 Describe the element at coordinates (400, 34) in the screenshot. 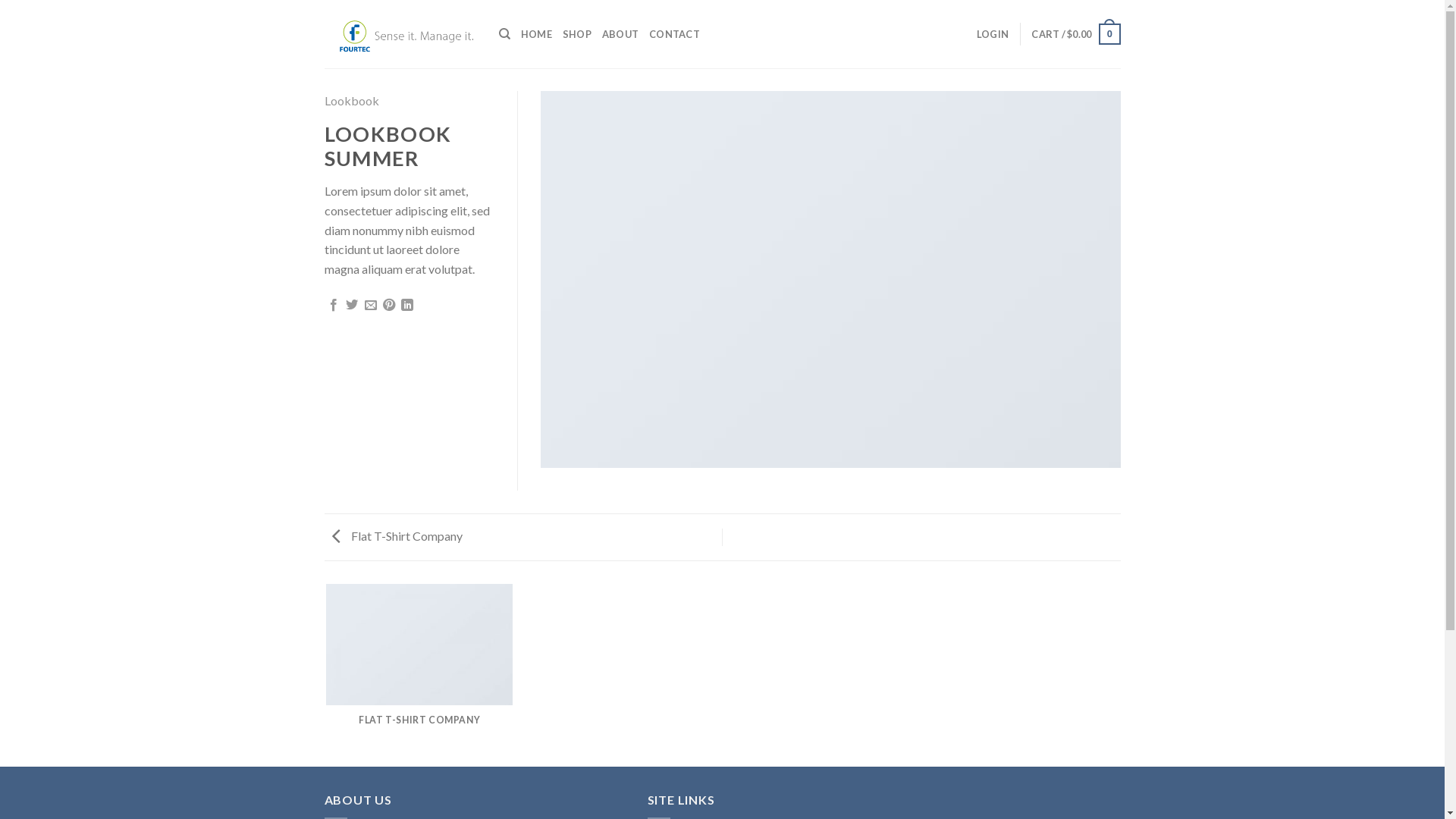

I see `'Fourtec Australia'` at that location.